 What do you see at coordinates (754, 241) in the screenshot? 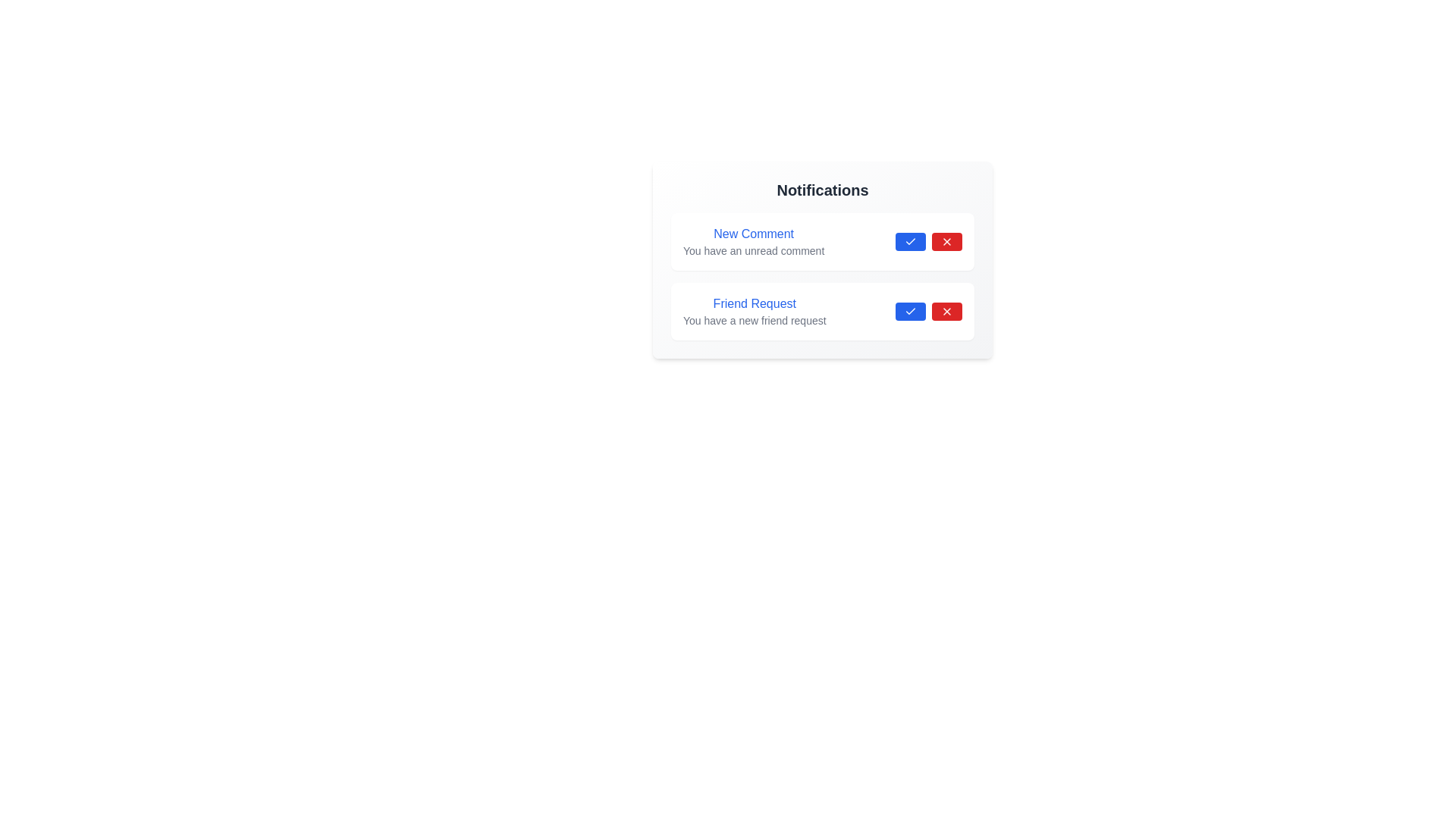
I see `information displayed in the Composite text display that shows 'New Comment' in bold blue font and 'You have an unread comment' in lighter gray font` at bounding box center [754, 241].